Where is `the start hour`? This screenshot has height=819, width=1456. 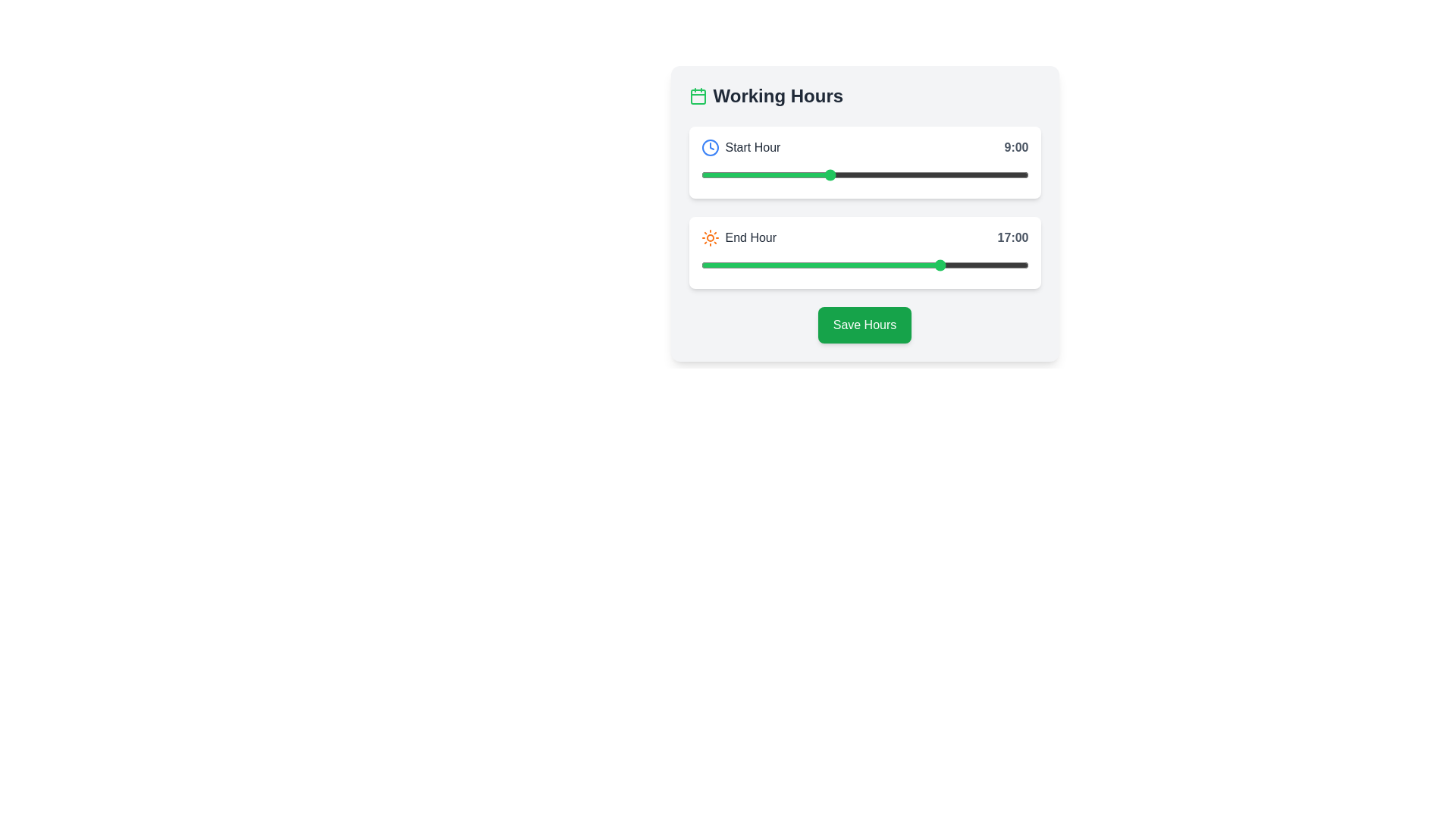 the start hour is located at coordinates (900, 174).